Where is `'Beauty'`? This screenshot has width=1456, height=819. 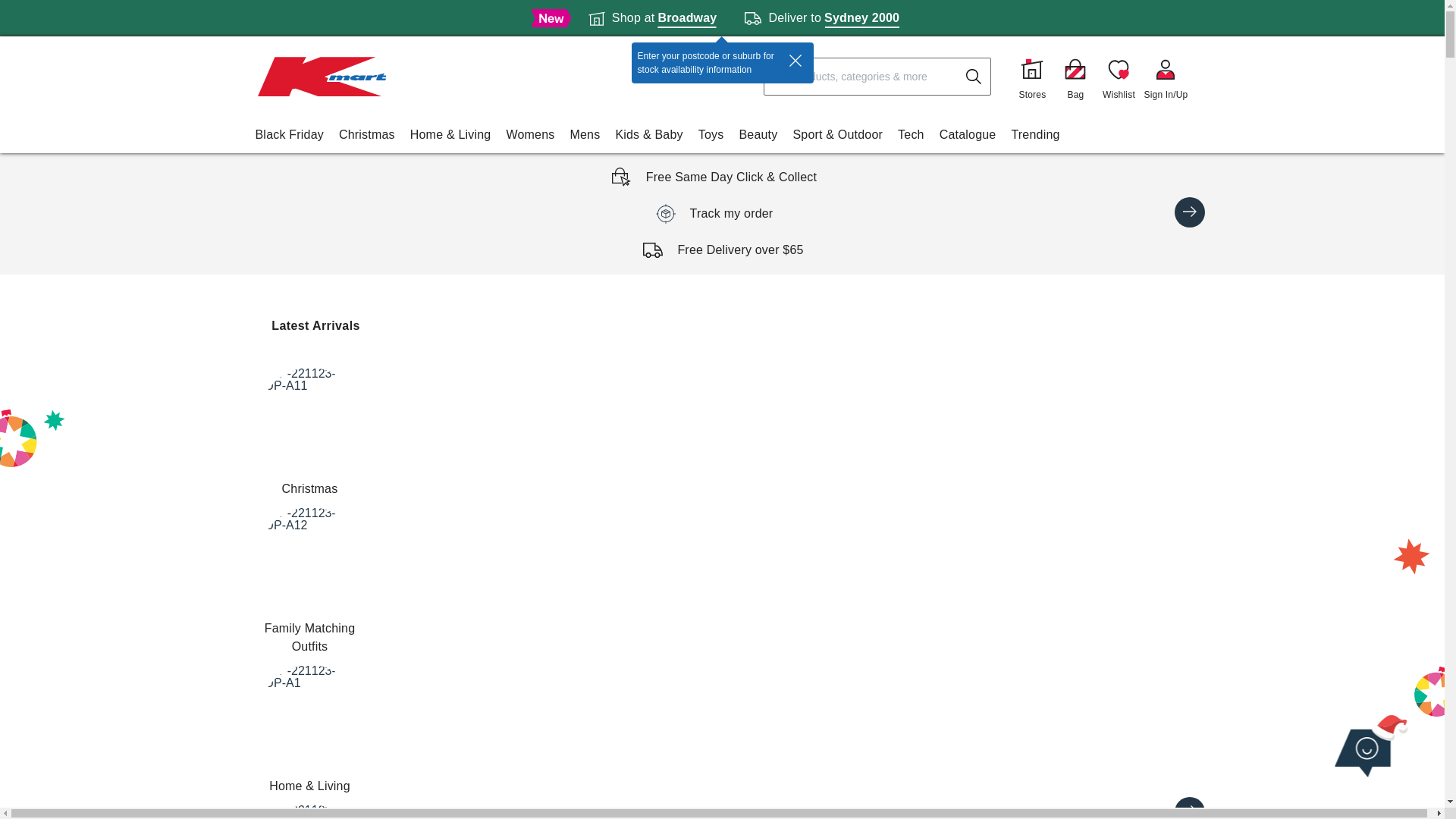 'Beauty' is located at coordinates (758, 133).